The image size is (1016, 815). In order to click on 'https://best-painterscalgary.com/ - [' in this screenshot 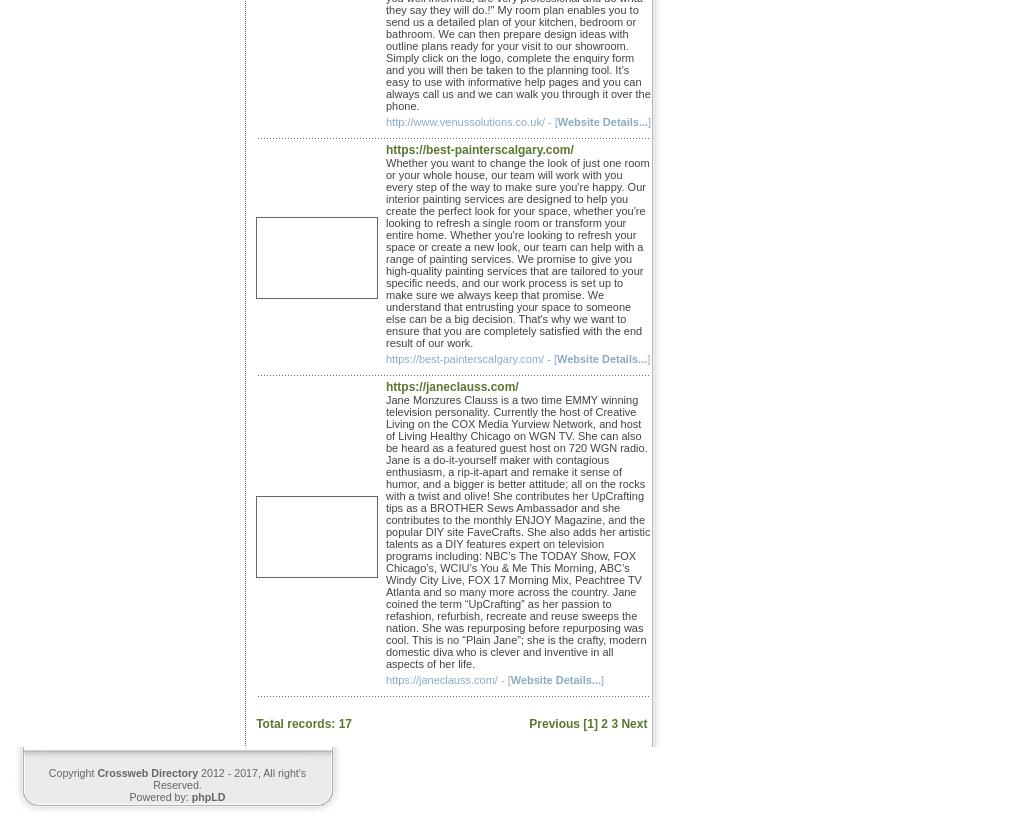, I will do `click(471, 358)`.